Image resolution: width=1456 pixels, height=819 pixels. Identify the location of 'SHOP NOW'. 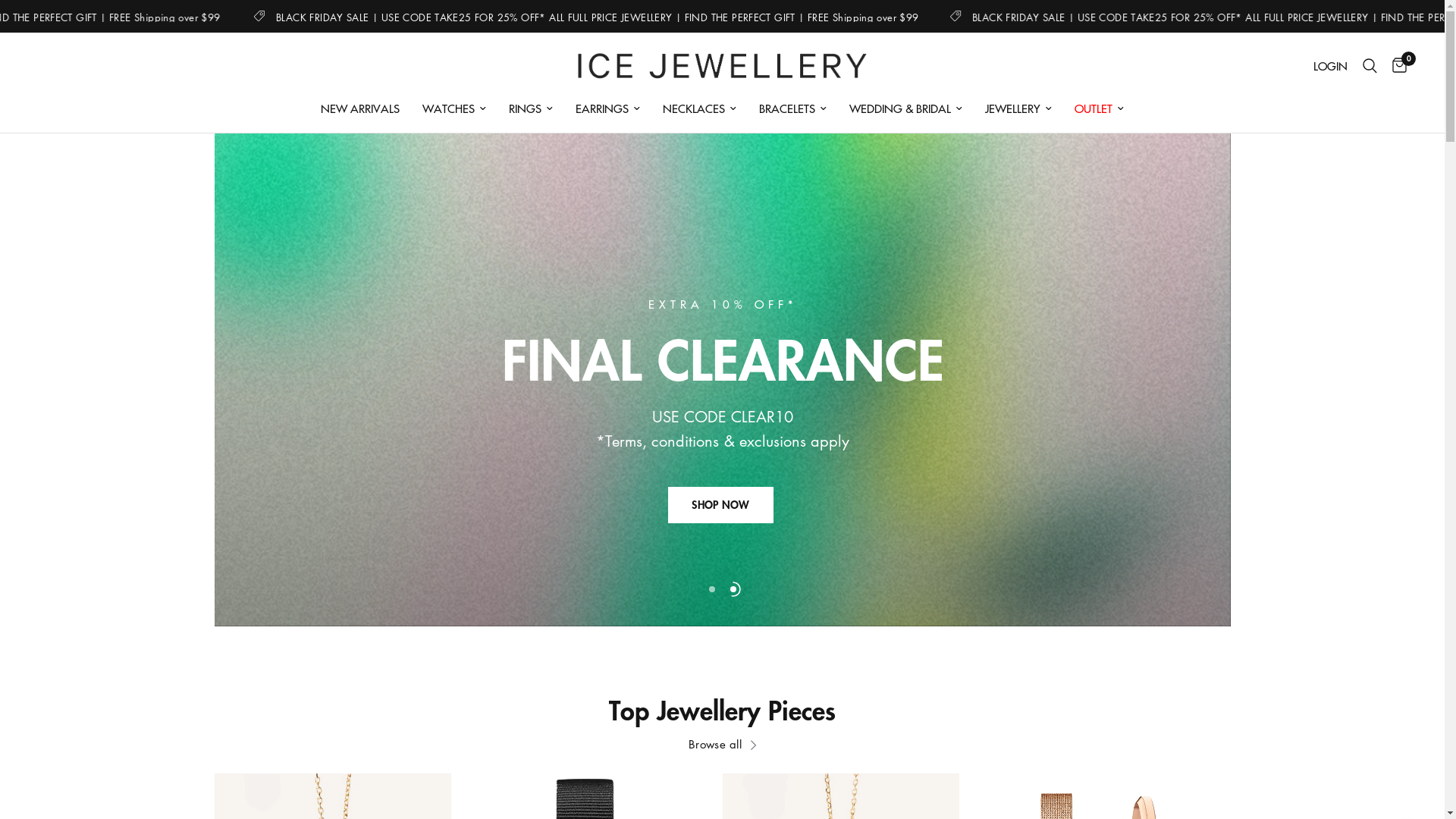
(667, 536).